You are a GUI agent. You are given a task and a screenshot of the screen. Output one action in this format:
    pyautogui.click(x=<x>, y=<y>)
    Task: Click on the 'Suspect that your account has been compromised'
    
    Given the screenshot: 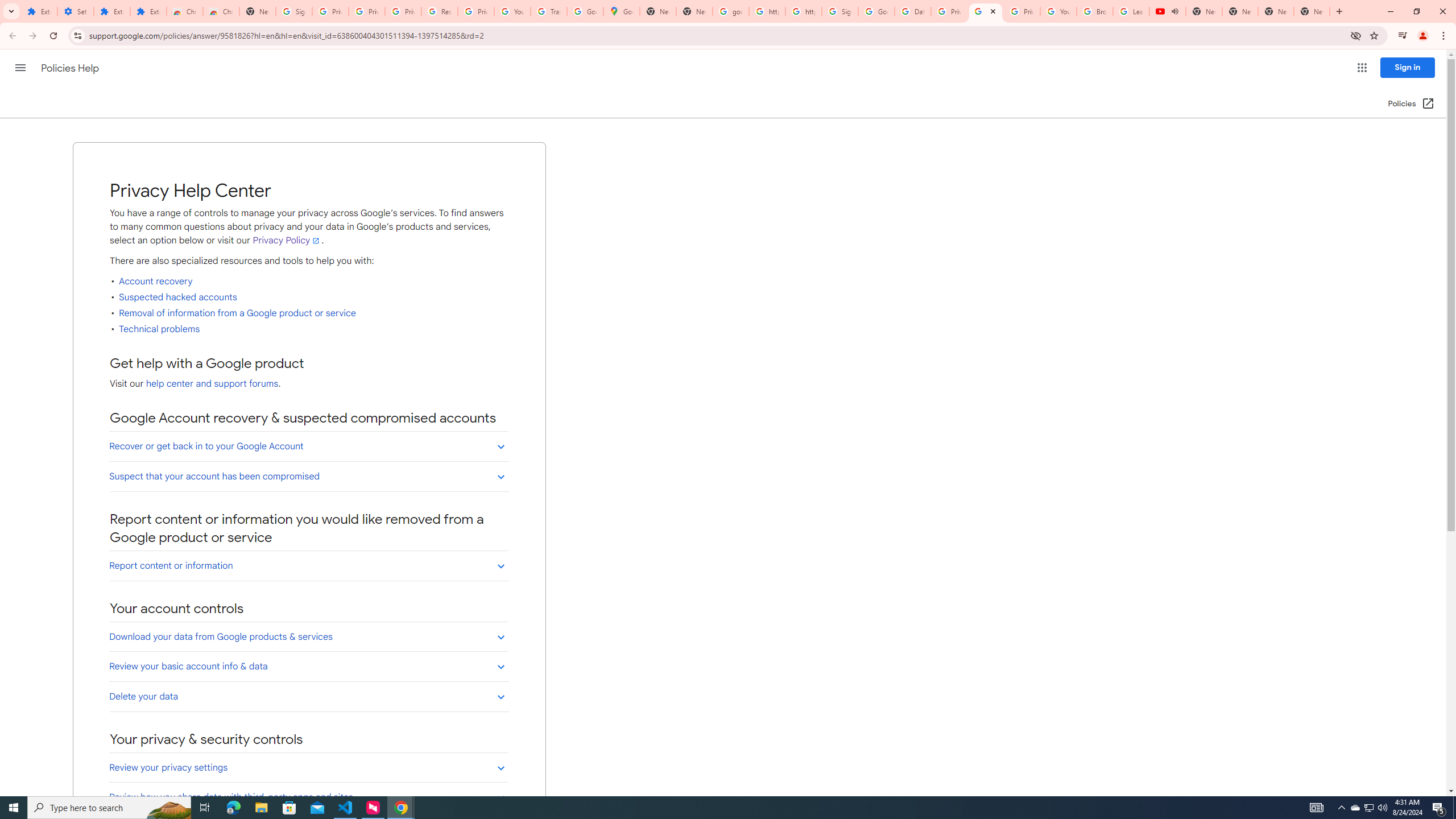 What is the action you would take?
    pyautogui.click(x=308, y=475)
    